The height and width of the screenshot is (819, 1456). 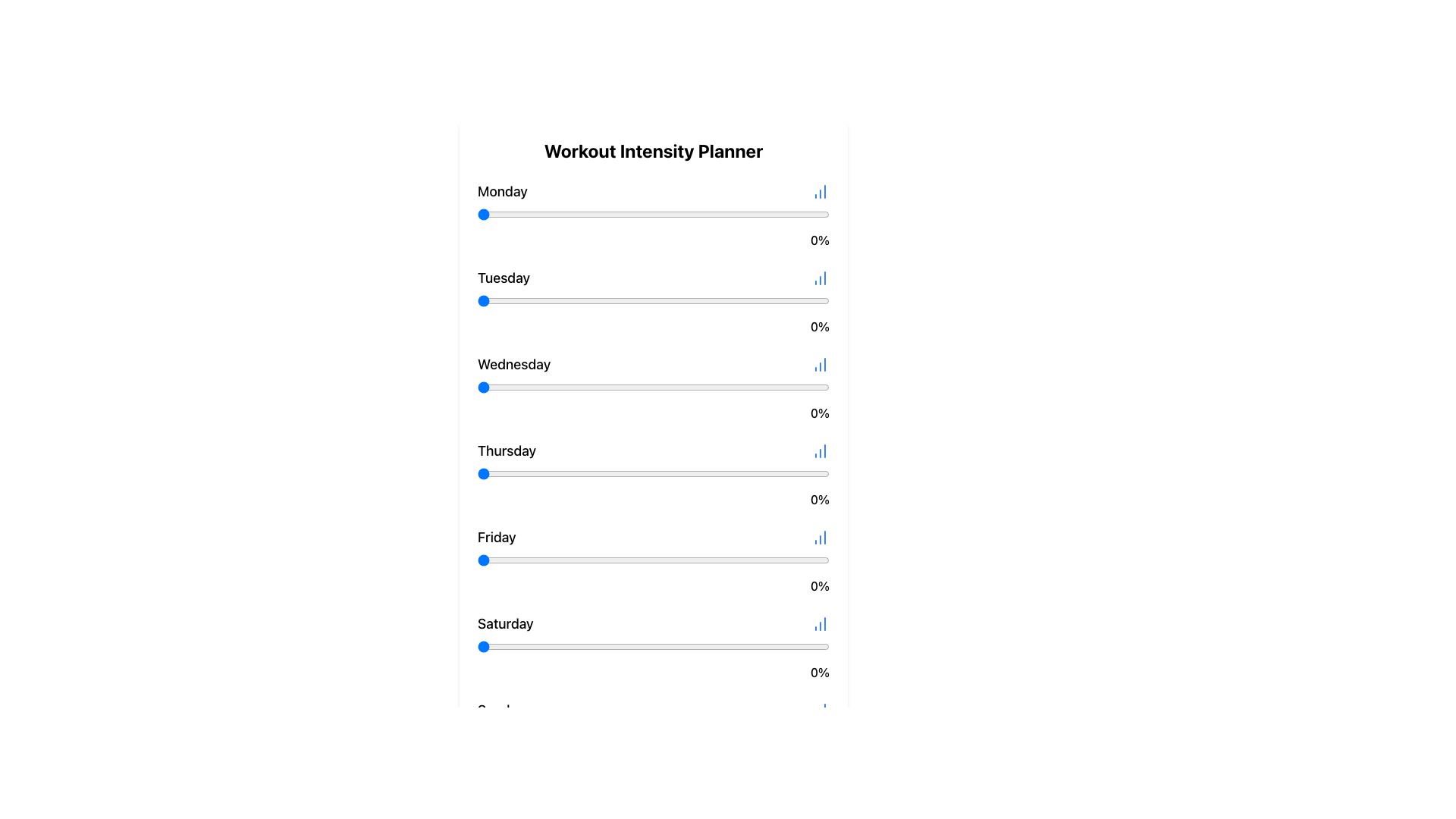 What do you see at coordinates (755, 301) in the screenshot?
I see `the intensity for Tuesday` at bounding box center [755, 301].